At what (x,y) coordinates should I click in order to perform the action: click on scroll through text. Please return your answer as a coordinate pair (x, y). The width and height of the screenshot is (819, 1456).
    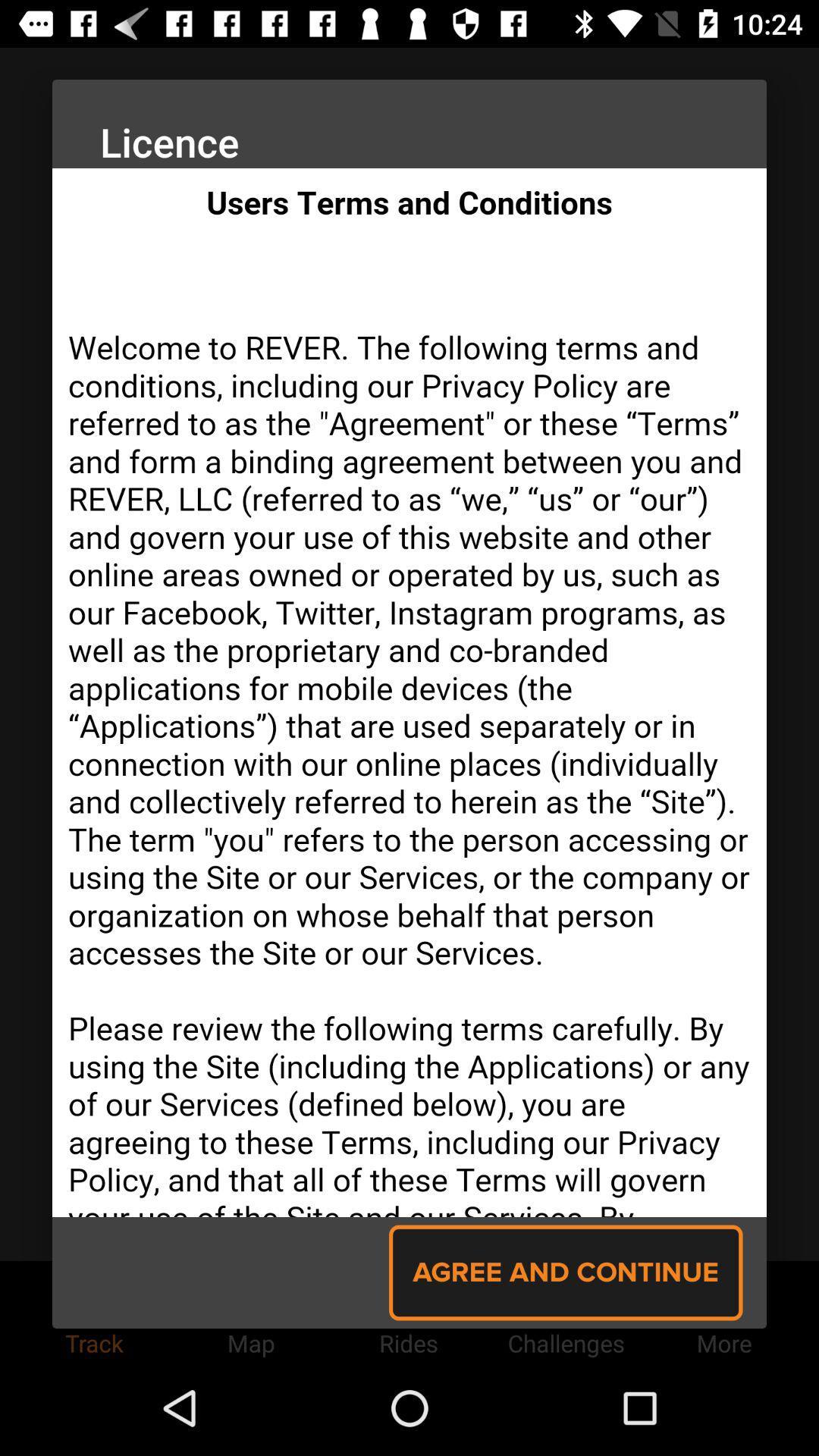
    Looking at the image, I should click on (409, 692).